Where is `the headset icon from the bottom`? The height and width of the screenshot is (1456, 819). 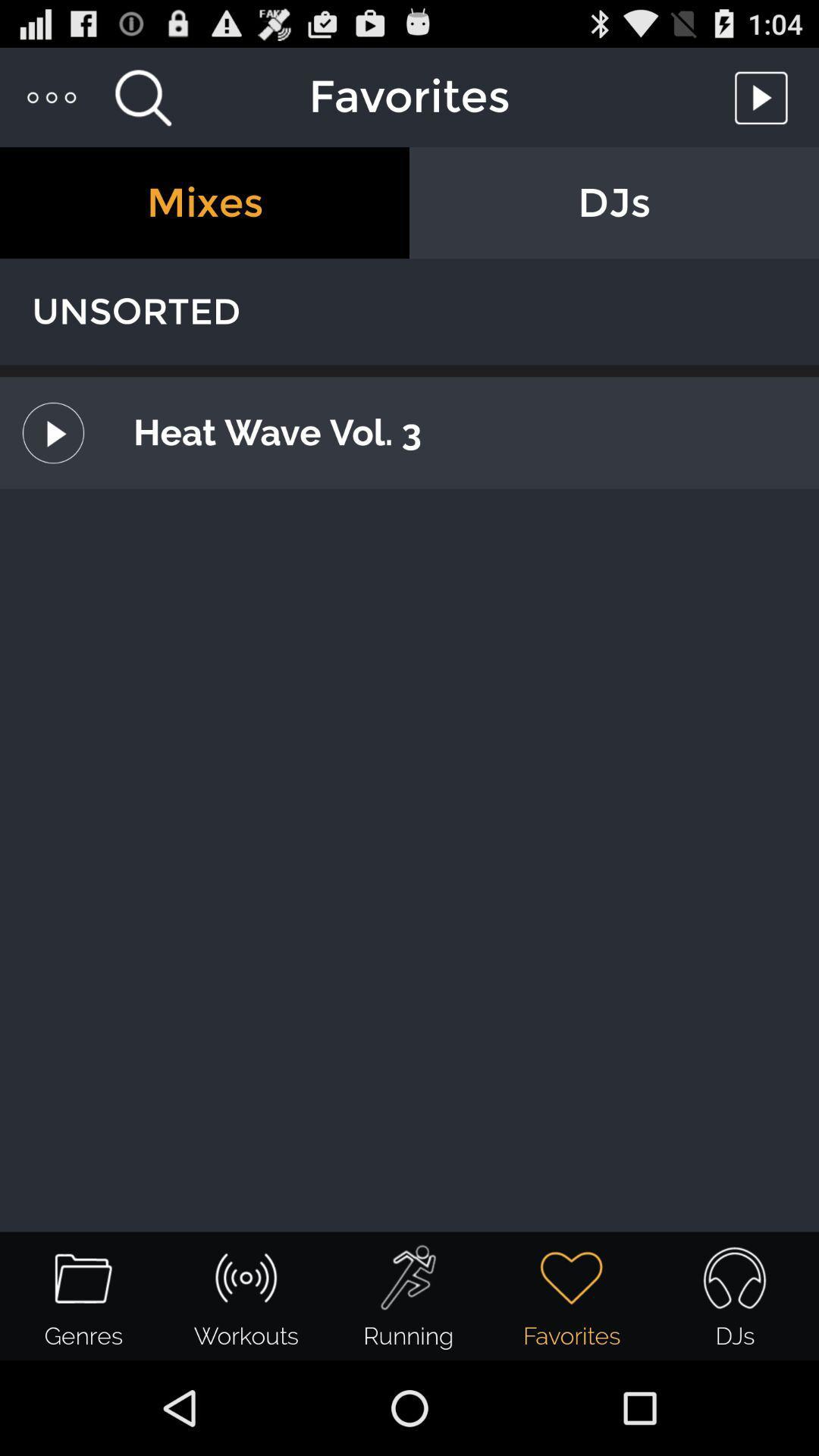
the headset icon from the bottom is located at coordinates (733, 1277).